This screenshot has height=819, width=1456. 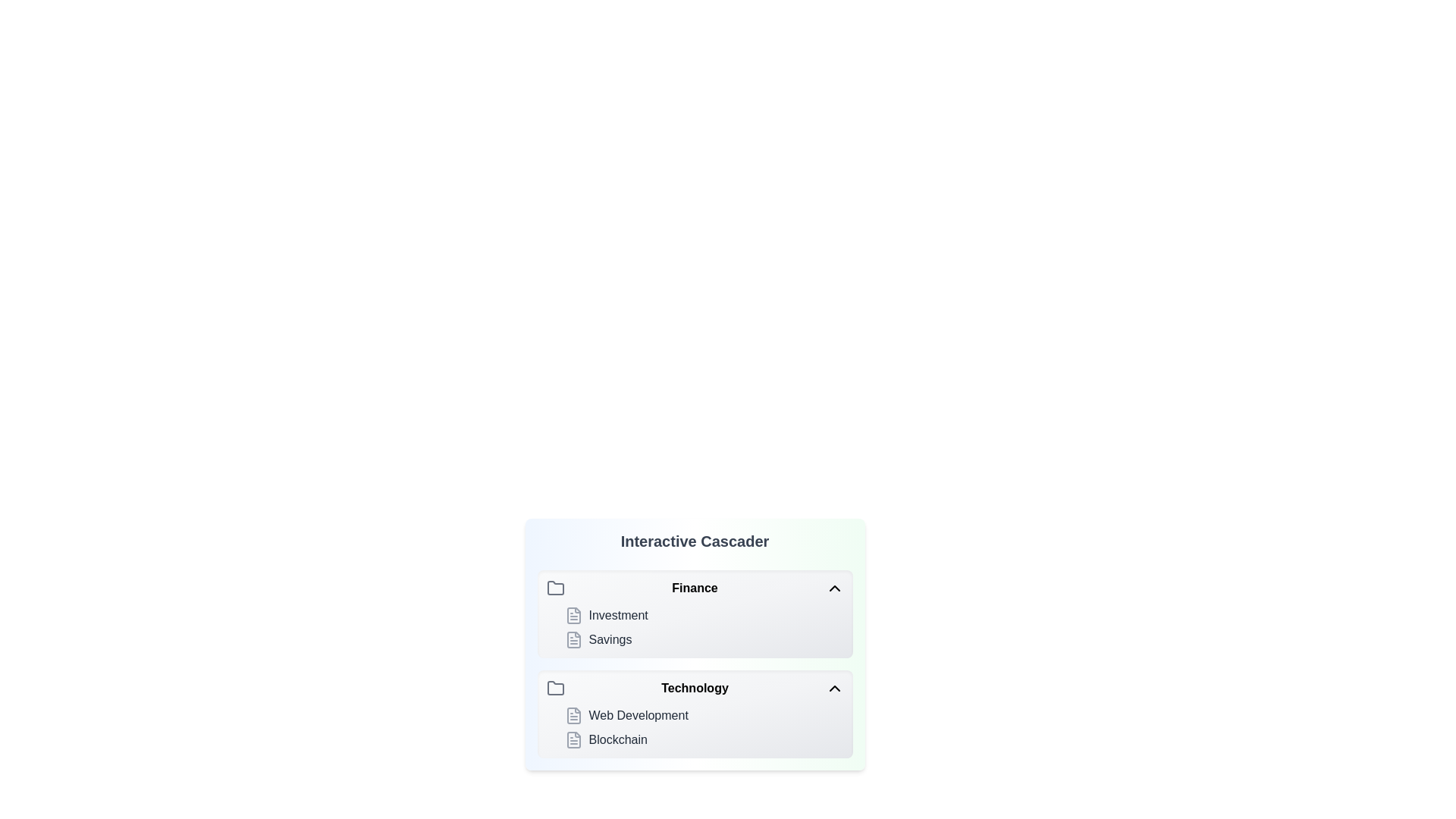 What do you see at coordinates (573, 716) in the screenshot?
I see `the document icon located to the left of the 'Web Development' text in the 'Technology' section of the 'Interactive Cascader'` at bounding box center [573, 716].